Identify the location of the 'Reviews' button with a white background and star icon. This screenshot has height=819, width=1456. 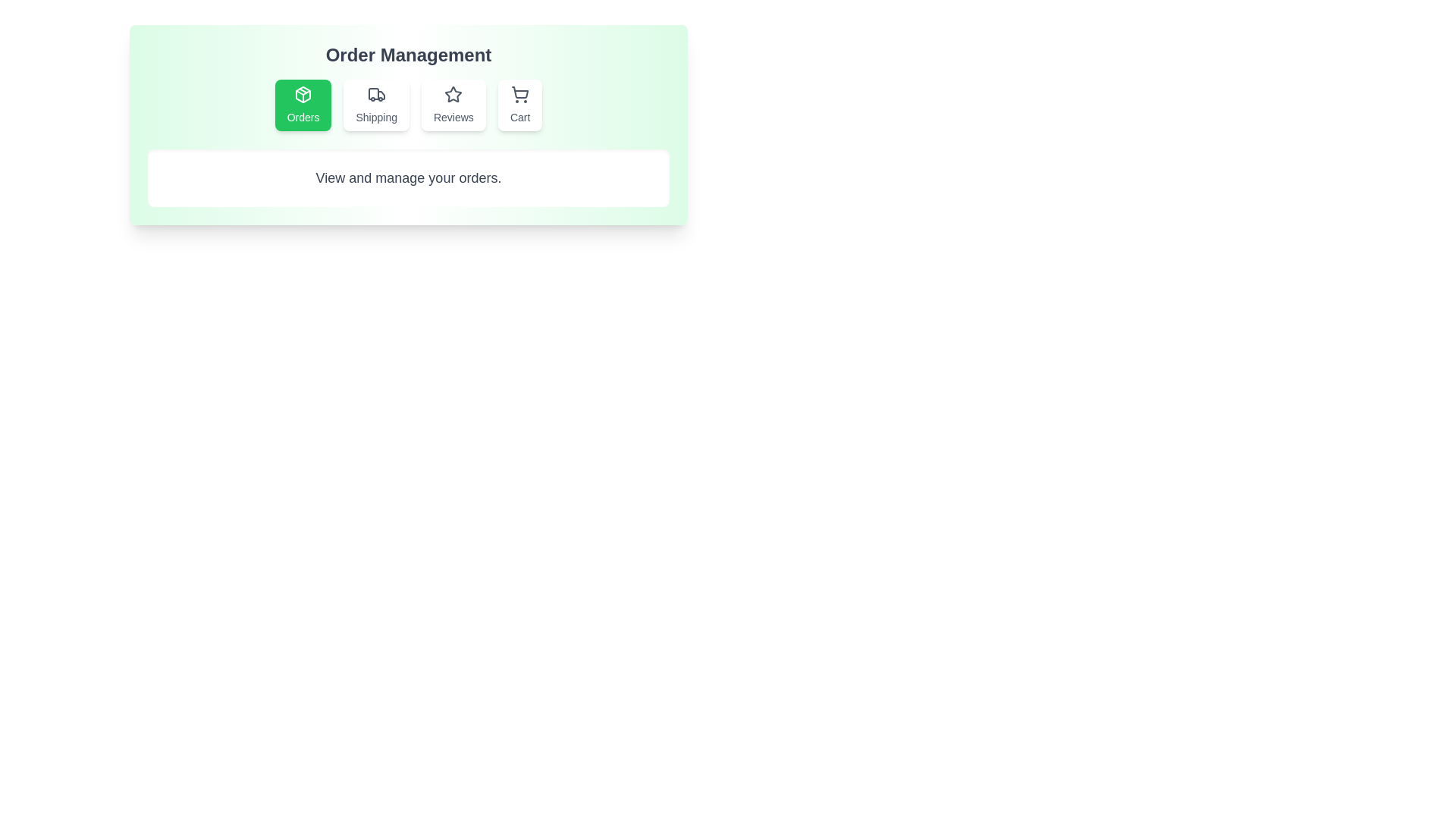
(453, 104).